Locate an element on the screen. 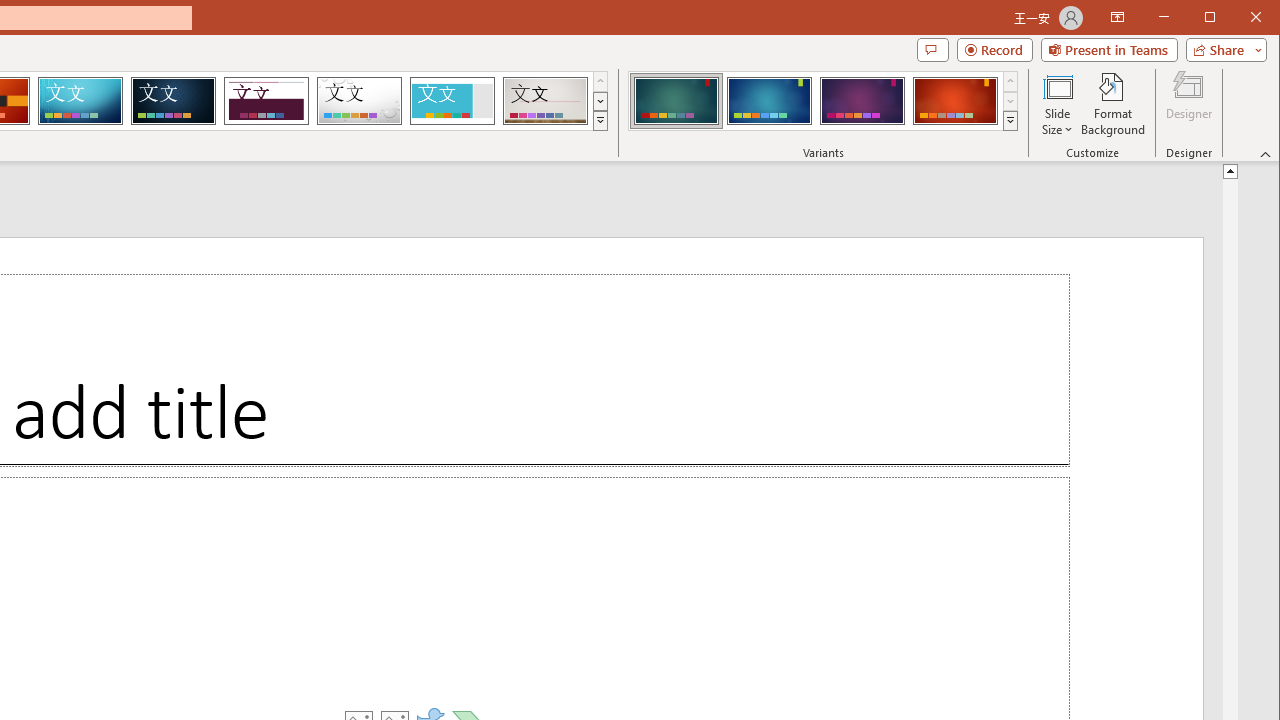 This screenshot has height=720, width=1280. 'Ion Variant 1' is located at coordinates (676, 100).